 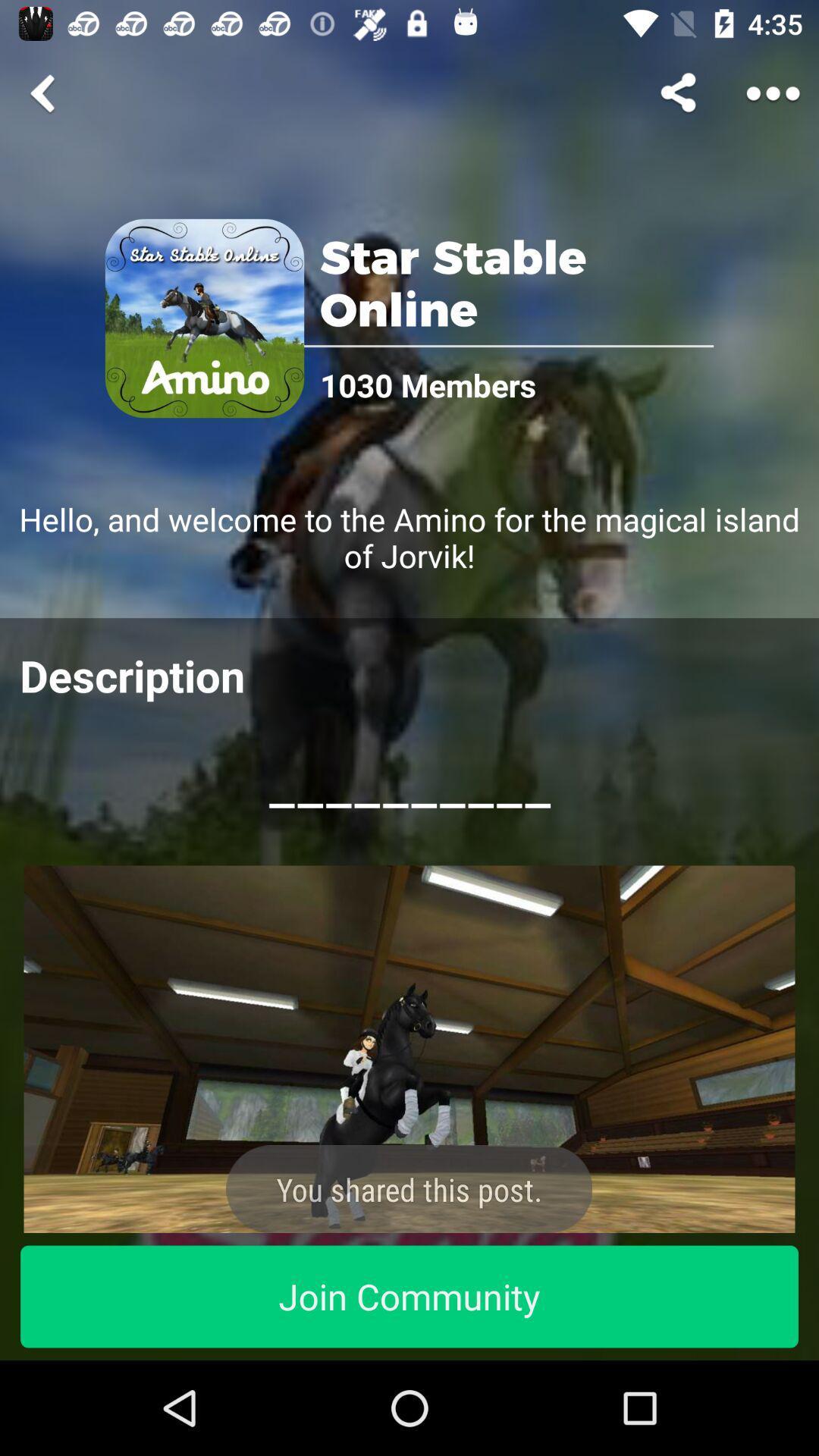 What do you see at coordinates (773, 93) in the screenshot?
I see `more options` at bounding box center [773, 93].